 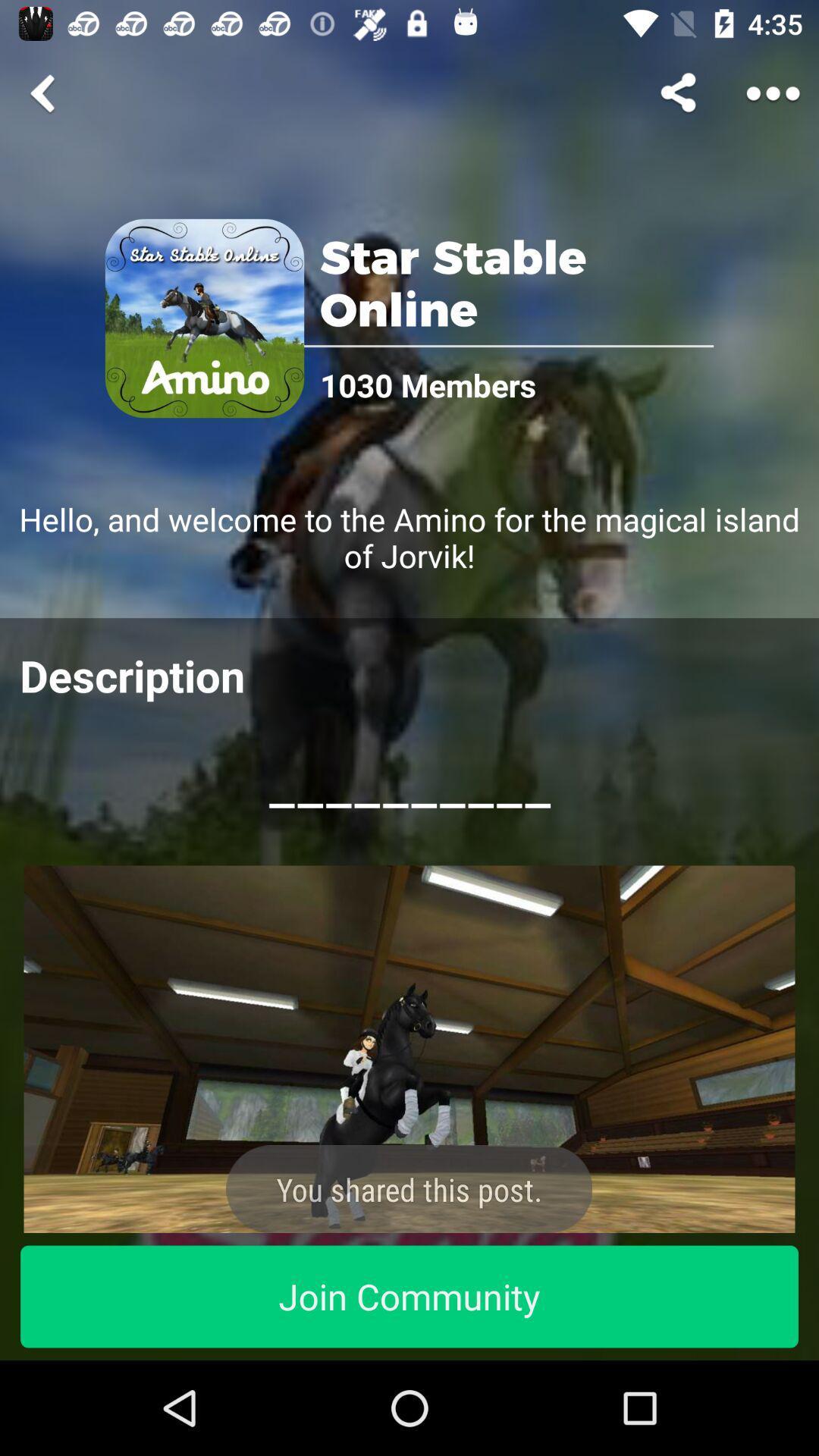 What do you see at coordinates (773, 93) in the screenshot?
I see `more options` at bounding box center [773, 93].